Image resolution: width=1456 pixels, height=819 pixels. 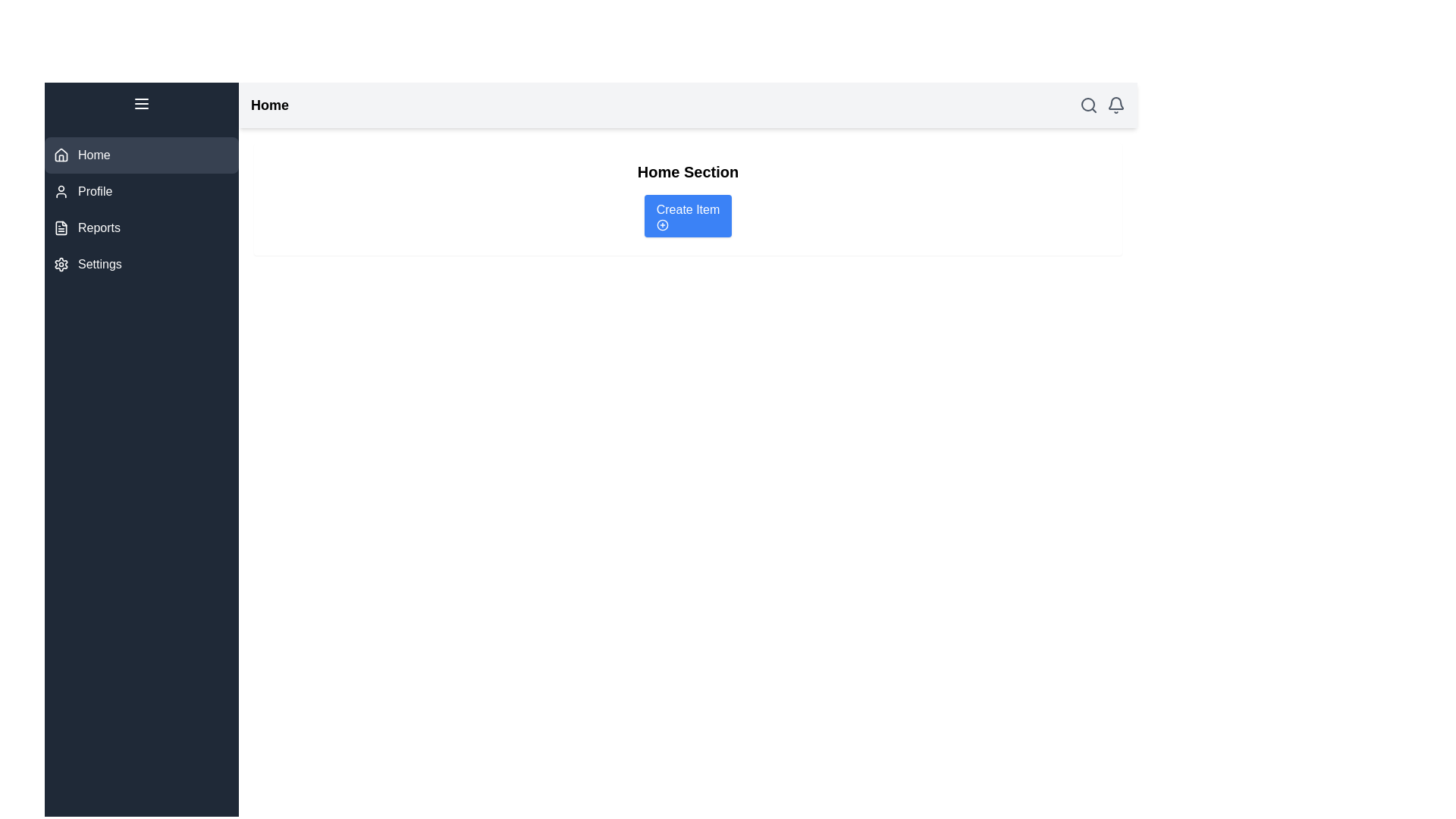 I want to click on the roof part of the house icon located, so click(x=61, y=155).